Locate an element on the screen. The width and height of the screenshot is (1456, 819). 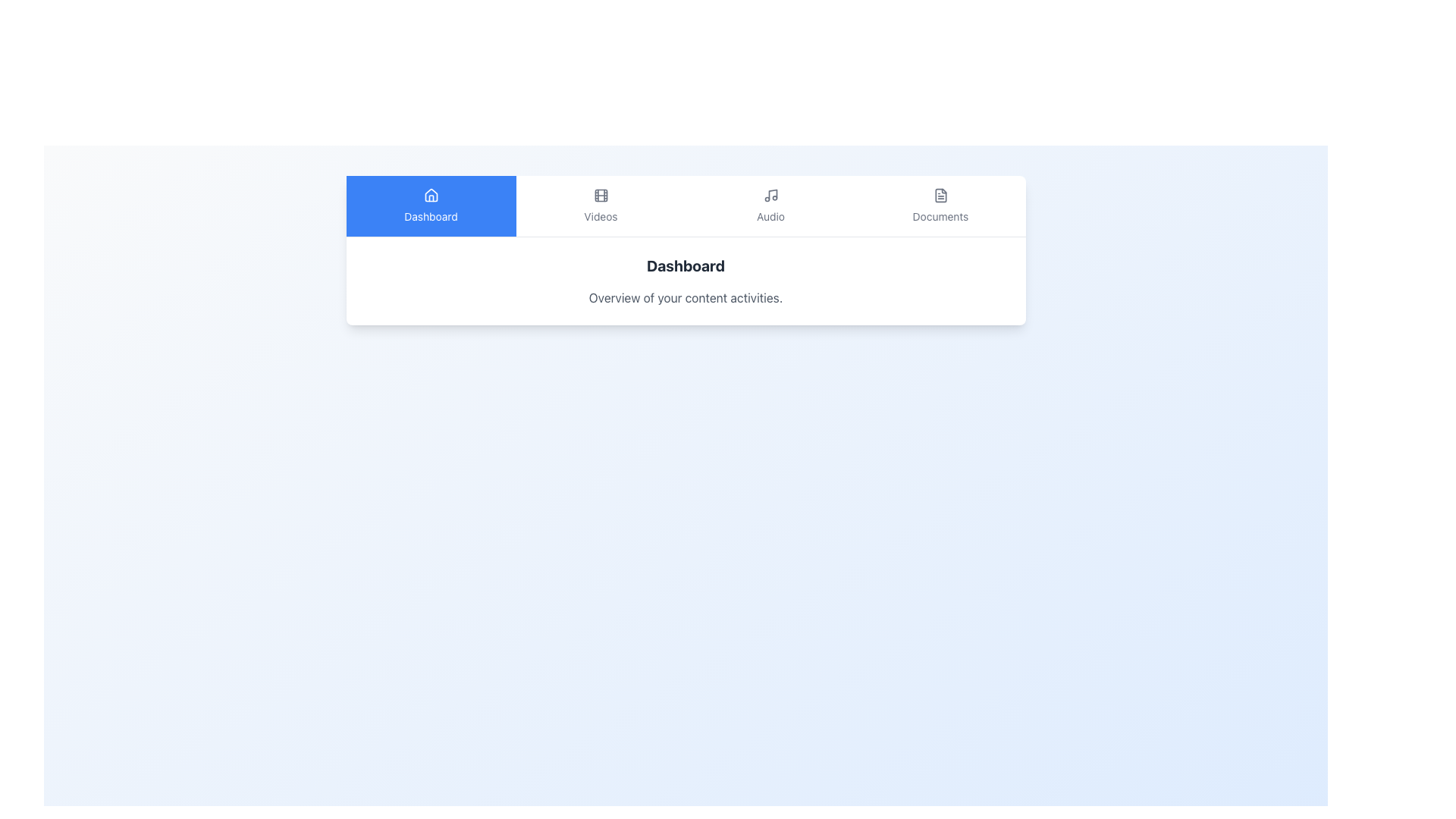
the button displaying a musical note and the text 'Audio' is located at coordinates (770, 206).